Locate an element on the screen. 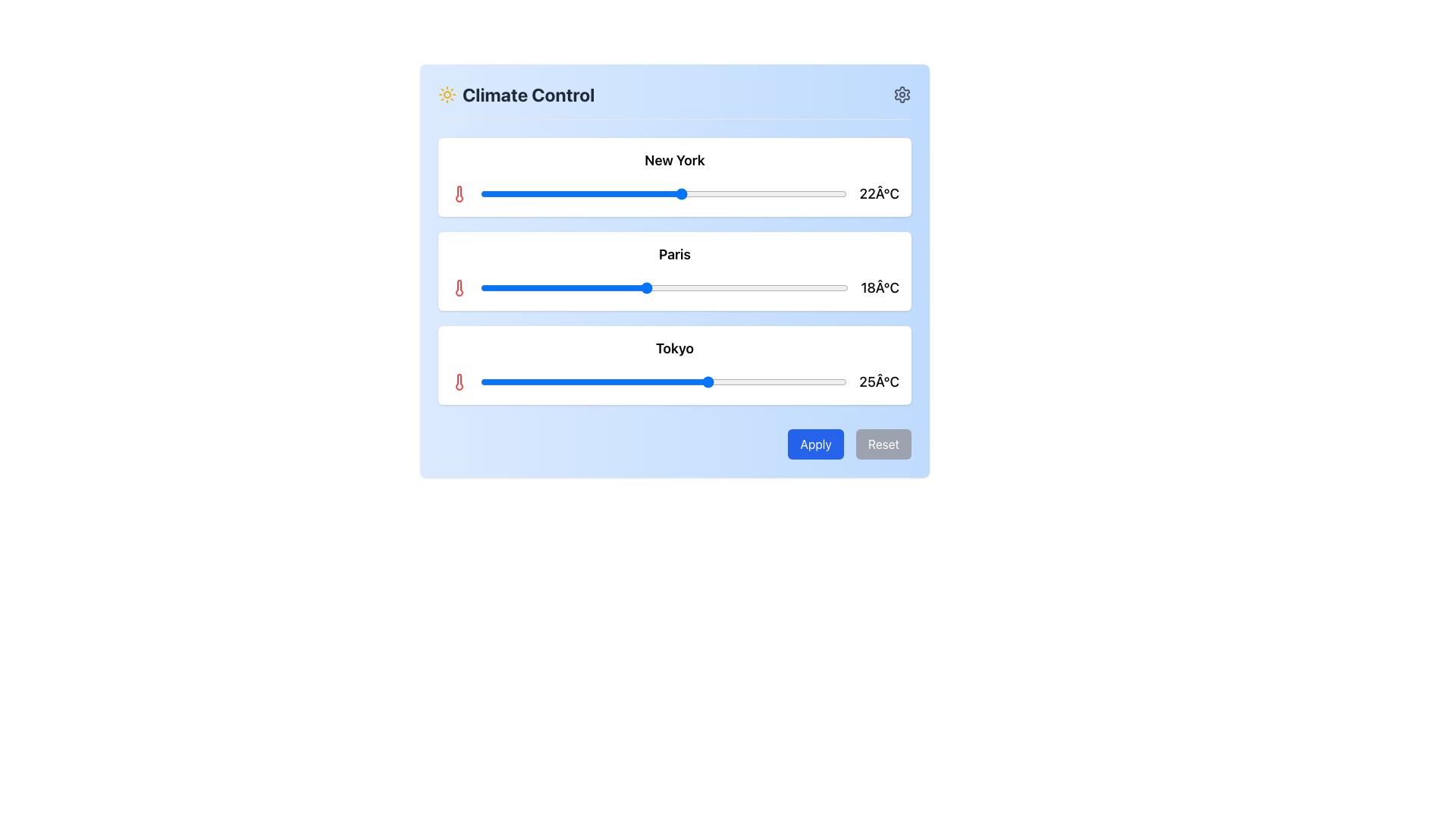 This screenshot has width=1456, height=819. the Tokyo temperature is located at coordinates (800, 381).